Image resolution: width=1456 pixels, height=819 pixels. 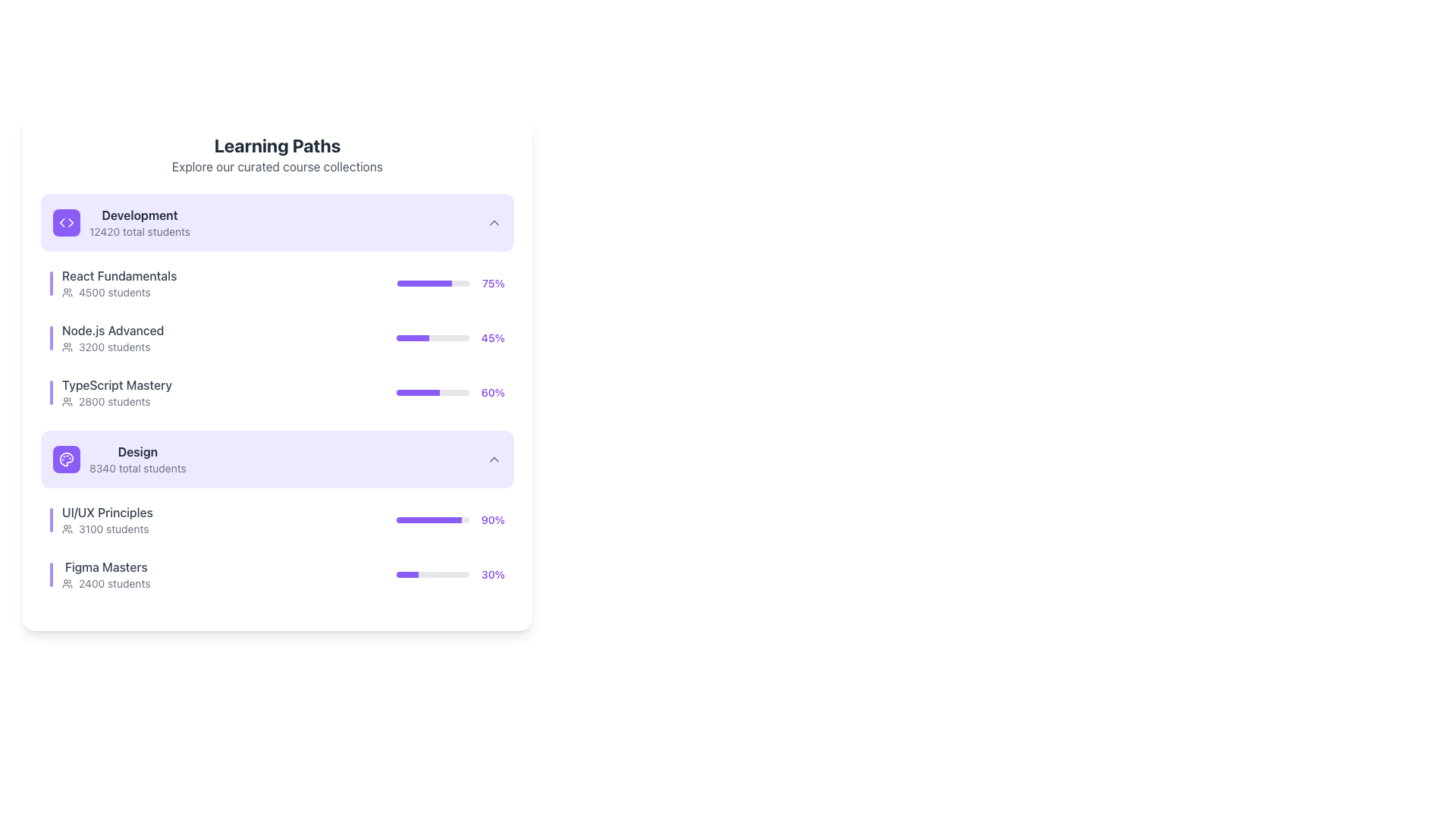 What do you see at coordinates (433, 284) in the screenshot?
I see `the topmost progress bar indicating 75% progress next to the 'React Fundamentals' text` at bounding box center [433, 284].